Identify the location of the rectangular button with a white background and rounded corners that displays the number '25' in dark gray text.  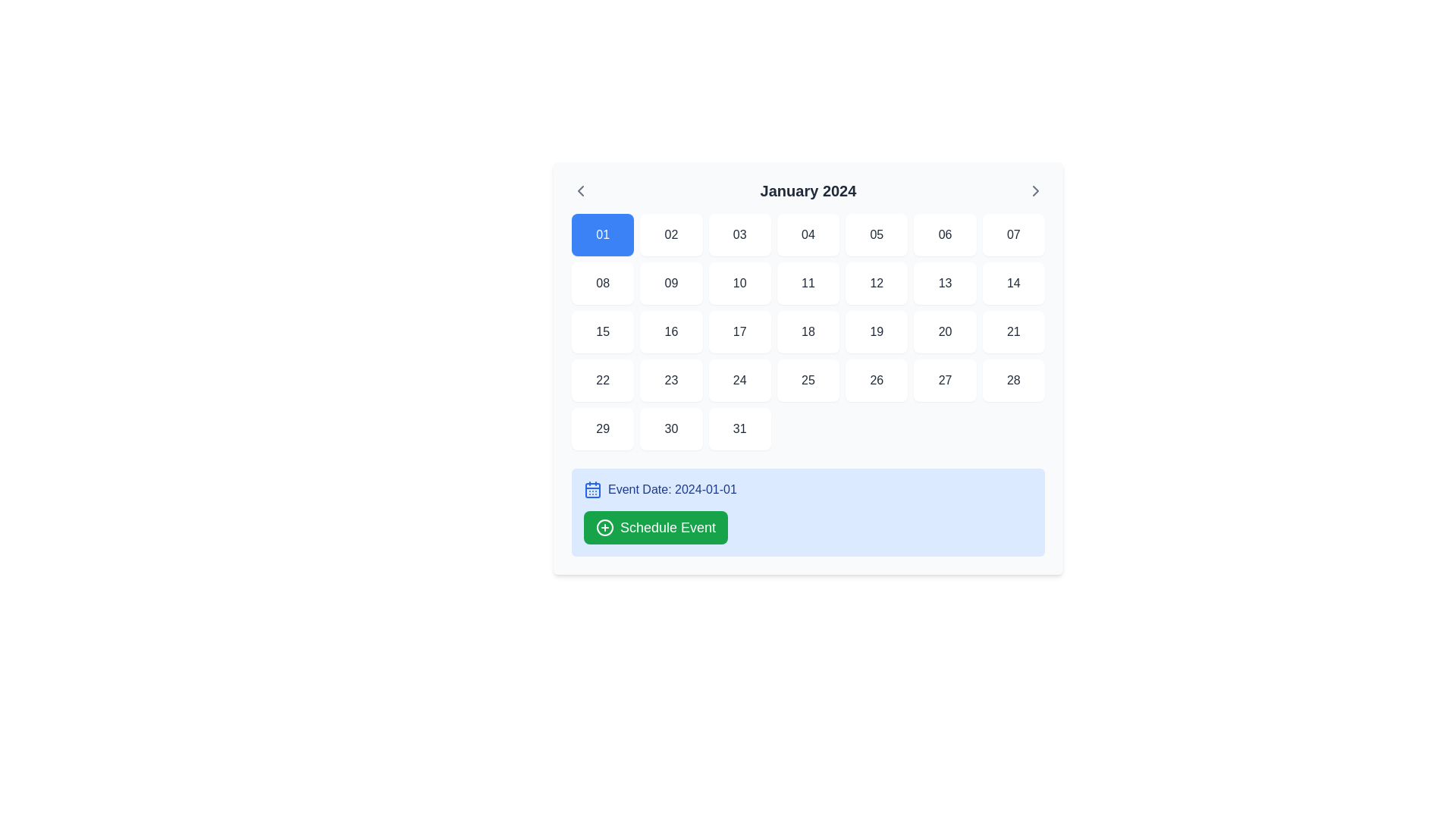
(807, 379).